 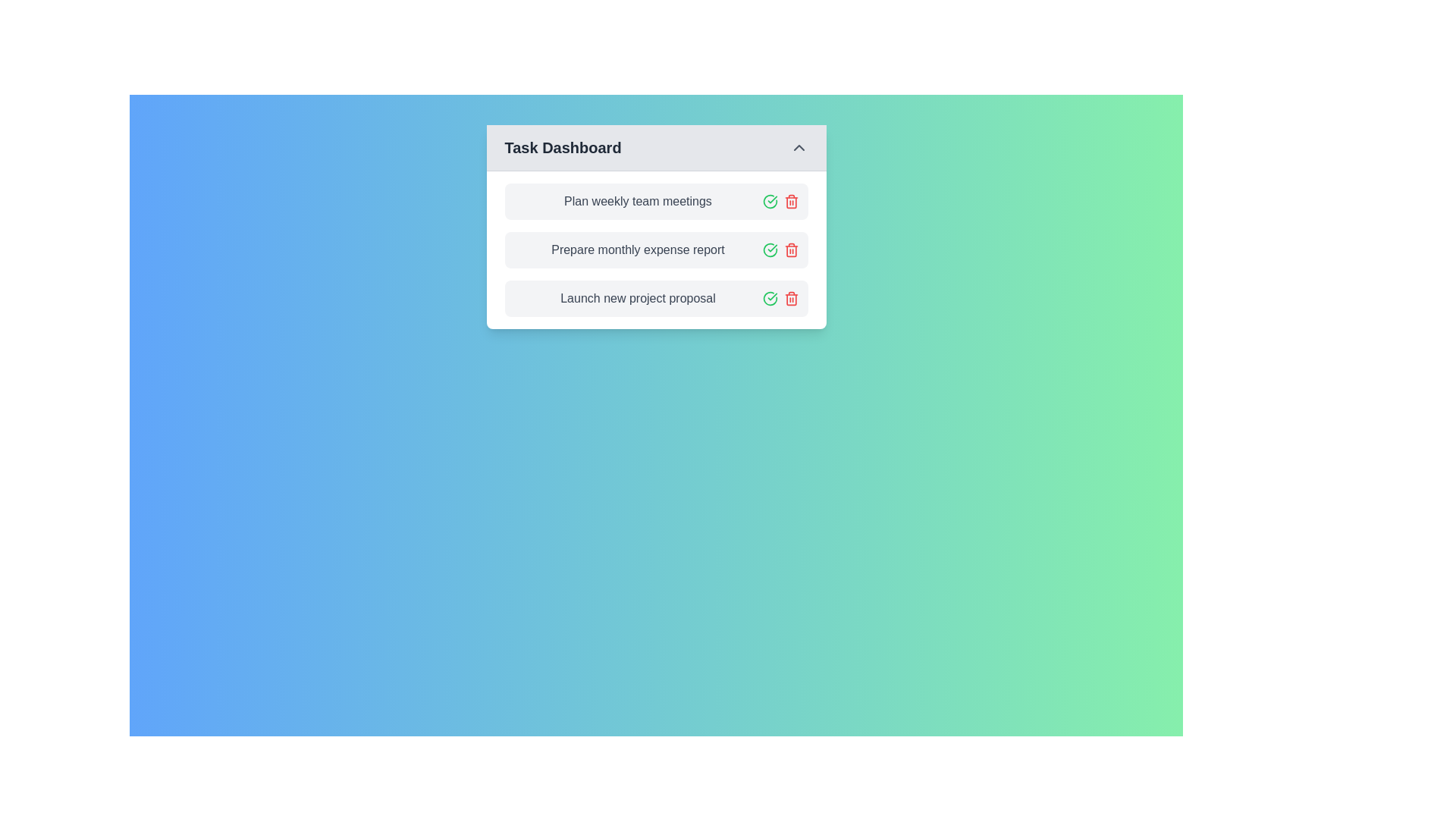 I want to click on the delete icon for the task 'Prepare monthly expense report', so click(x=790, y=249).